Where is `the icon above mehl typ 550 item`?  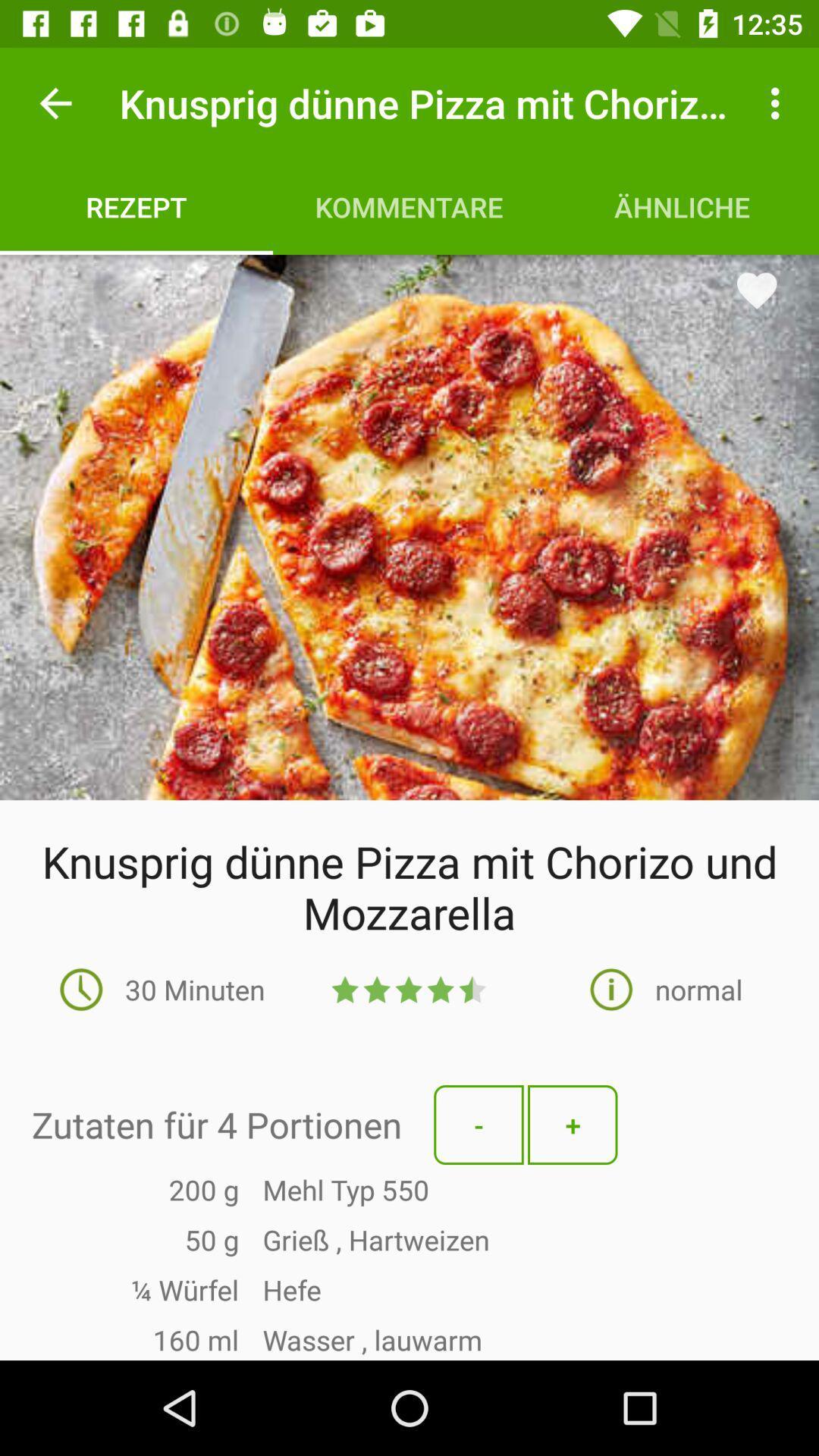 the icon above mehl typ 550 item is located at coordinates (573, 1125).